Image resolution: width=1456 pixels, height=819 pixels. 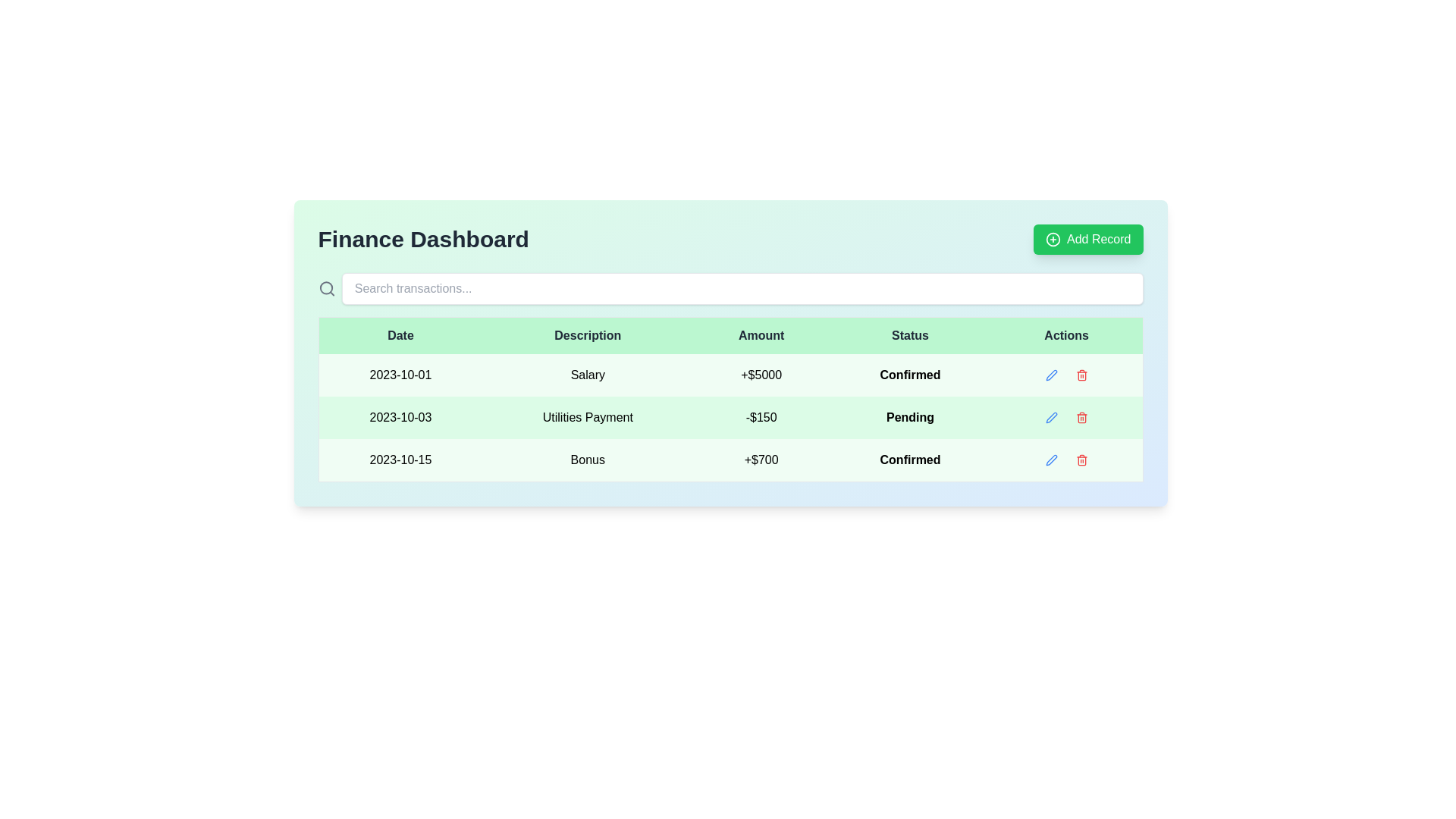 I want to click on the header label in the table that contains the word 'Description', which is displayed in black text on a green background, located in the second column of the header row, so click(x=587, y=334).